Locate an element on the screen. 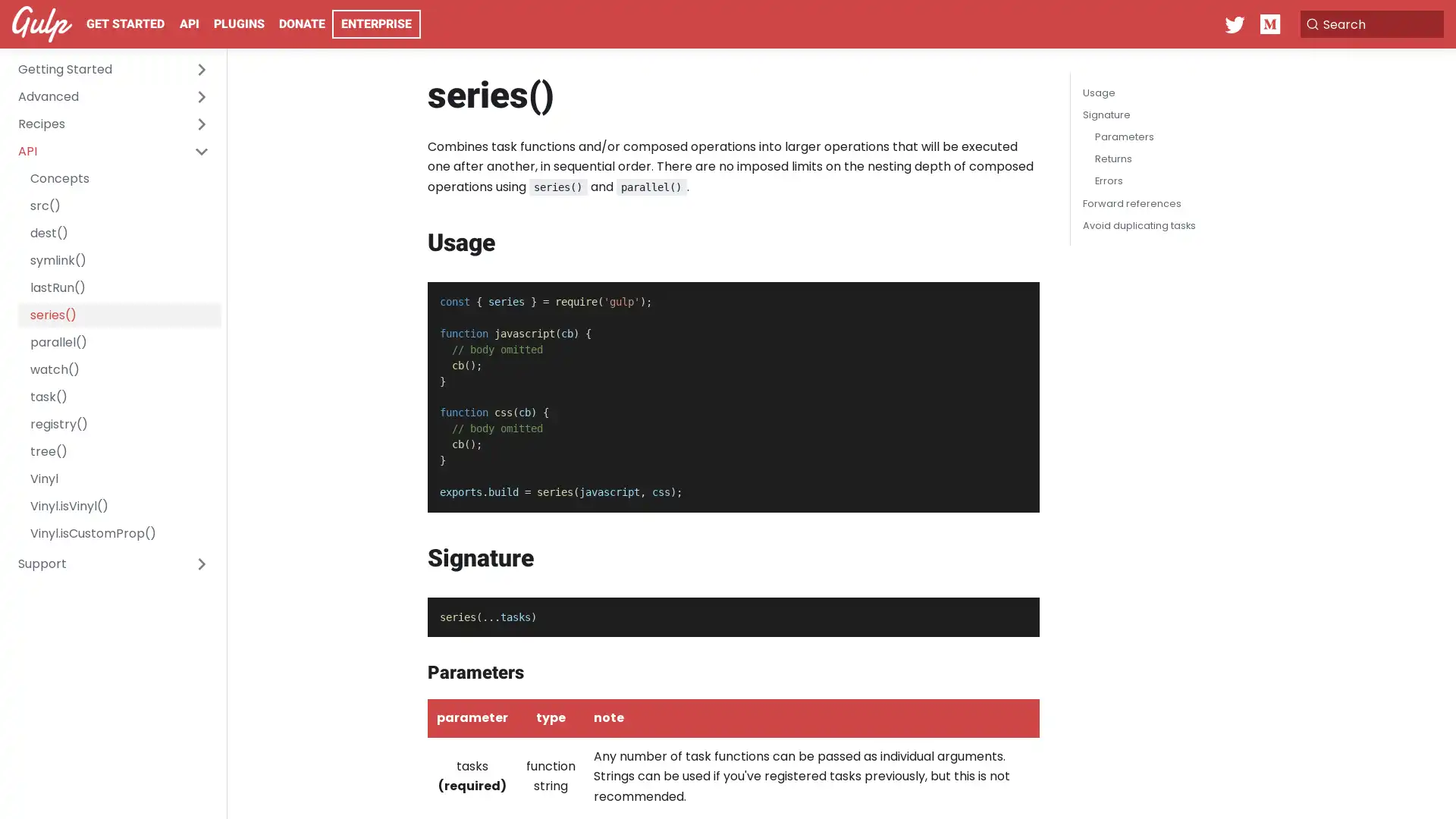 The width and height of the screenshot is (1456, 819). Copy code to clipboard is located at coordinates (1015, 298).